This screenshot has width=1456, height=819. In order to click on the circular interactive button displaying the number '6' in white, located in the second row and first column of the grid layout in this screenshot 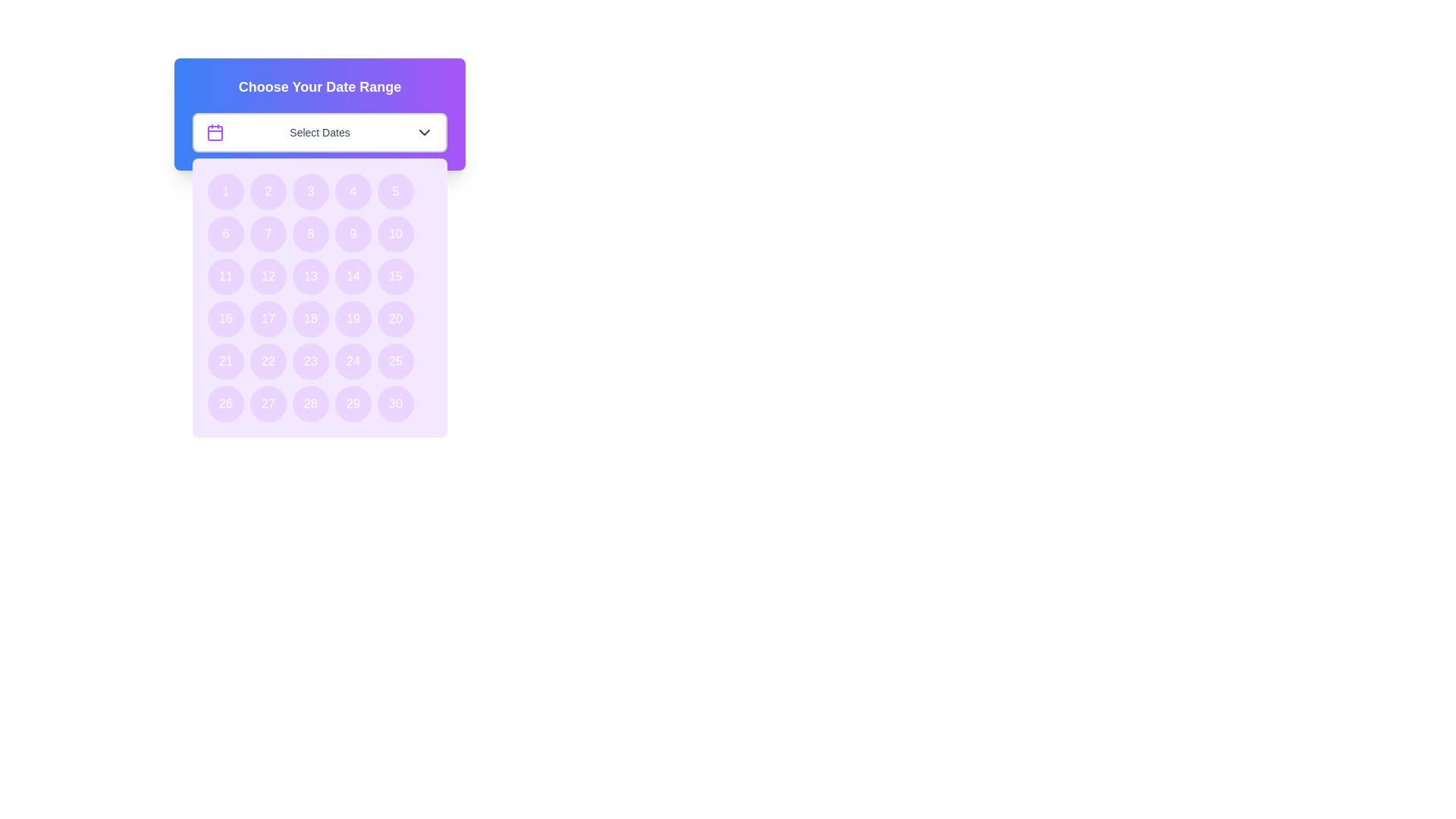, I will do `click(224, 234)`.